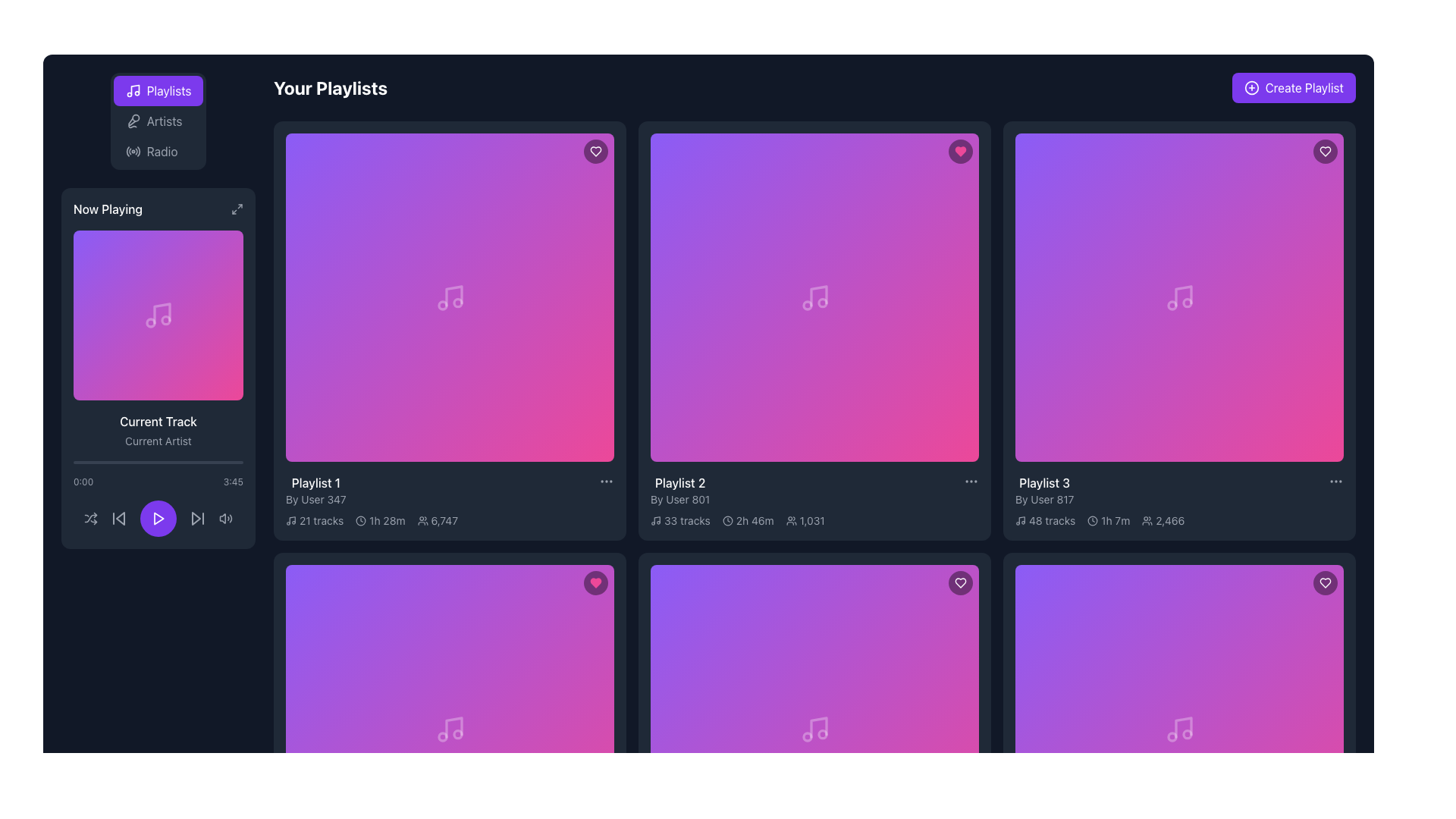 The image size is (1456, 819). What do you see at coordinates (814, 728) in the screenshot?
I see `the white musical note icon with slight transparency, located in the second row, first column of the grid layout under 'Your Playlists'` at bounding box center [814, 728].